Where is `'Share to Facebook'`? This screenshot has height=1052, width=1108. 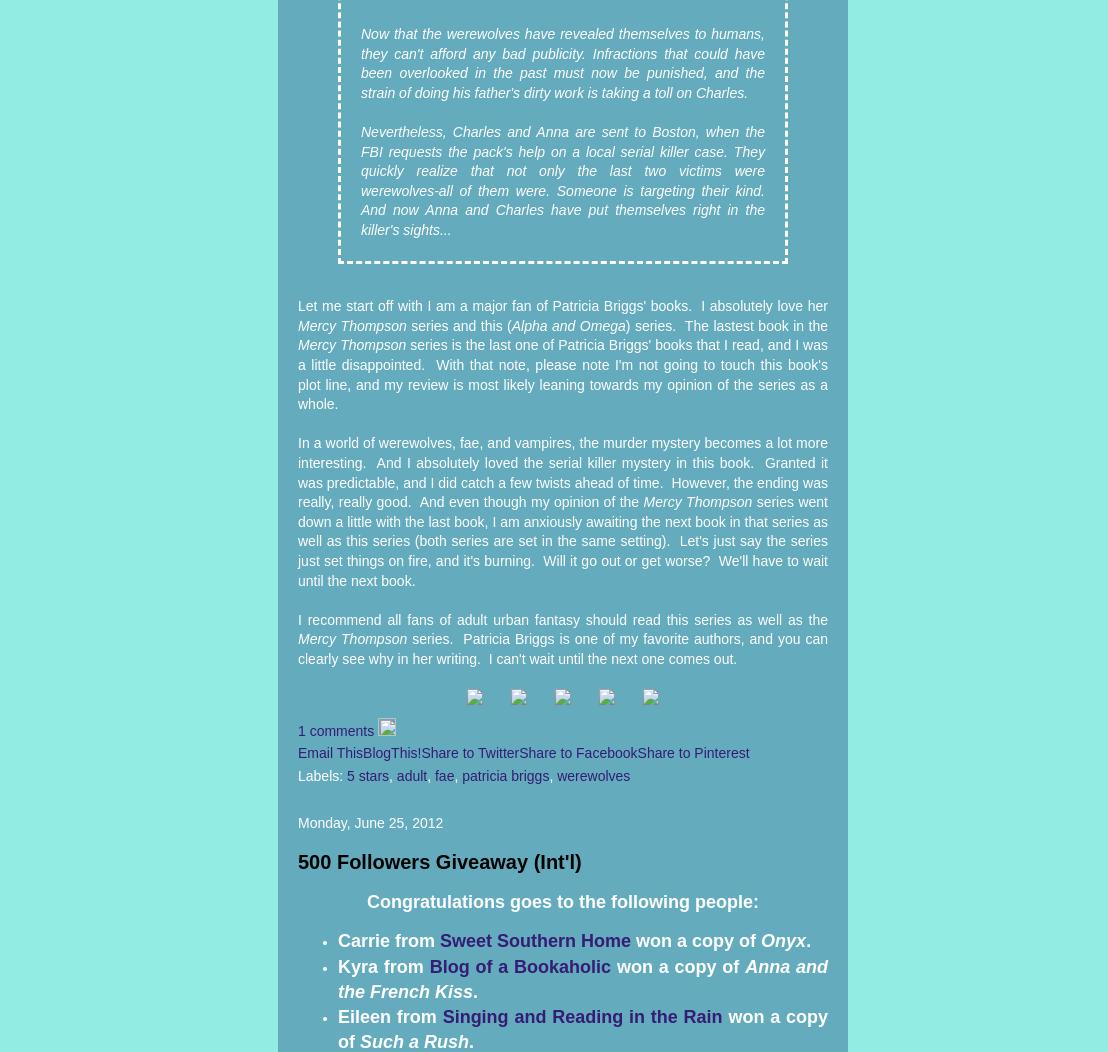
'Share to Facebook' is located at coordinates (578, 752).